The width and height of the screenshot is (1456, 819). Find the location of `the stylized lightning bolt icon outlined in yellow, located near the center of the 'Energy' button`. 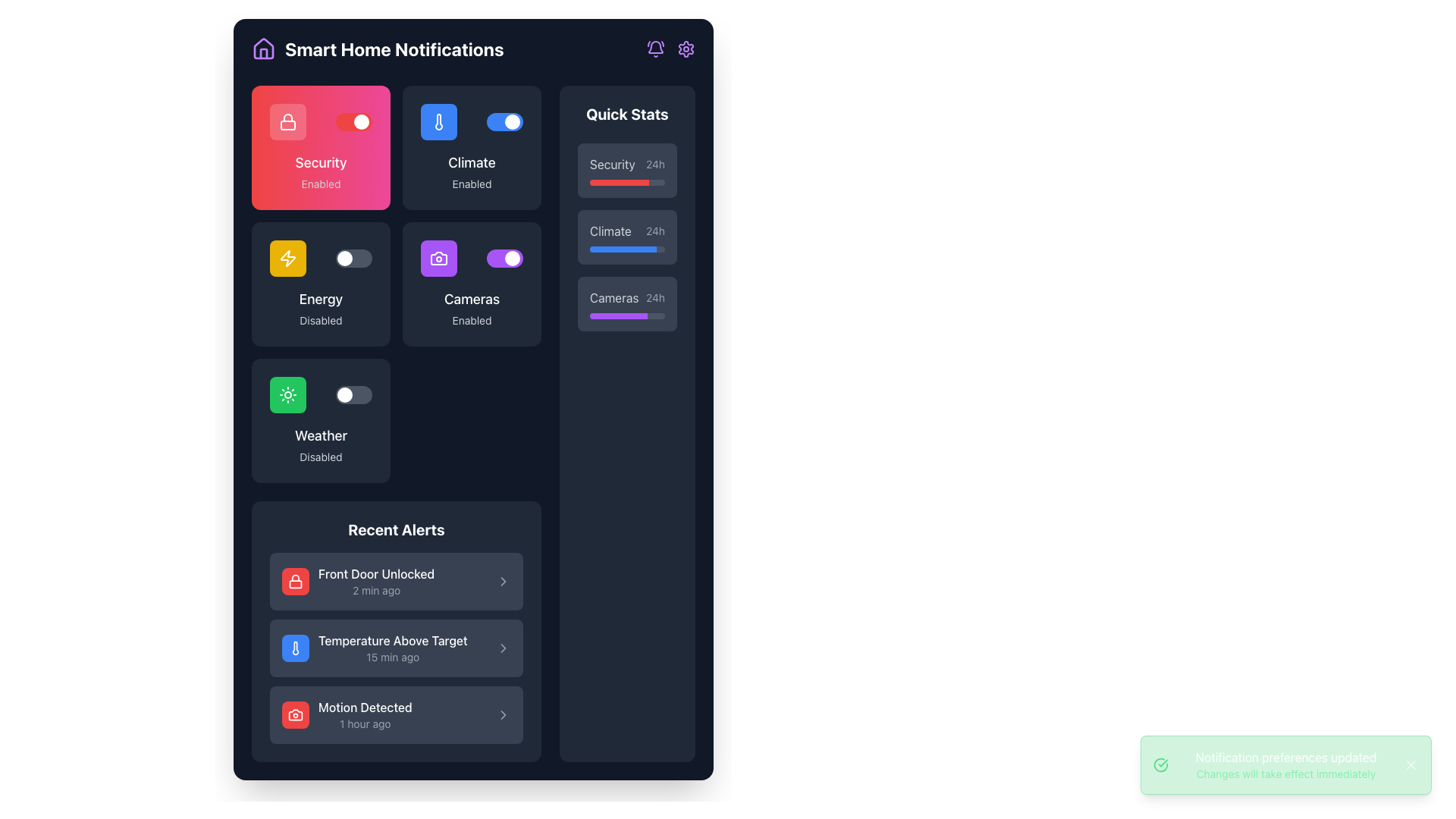

the stylized lightning bolt icon outlined in yellow, located near the center of the 'Energy' button is located at coordinates (287, 257).